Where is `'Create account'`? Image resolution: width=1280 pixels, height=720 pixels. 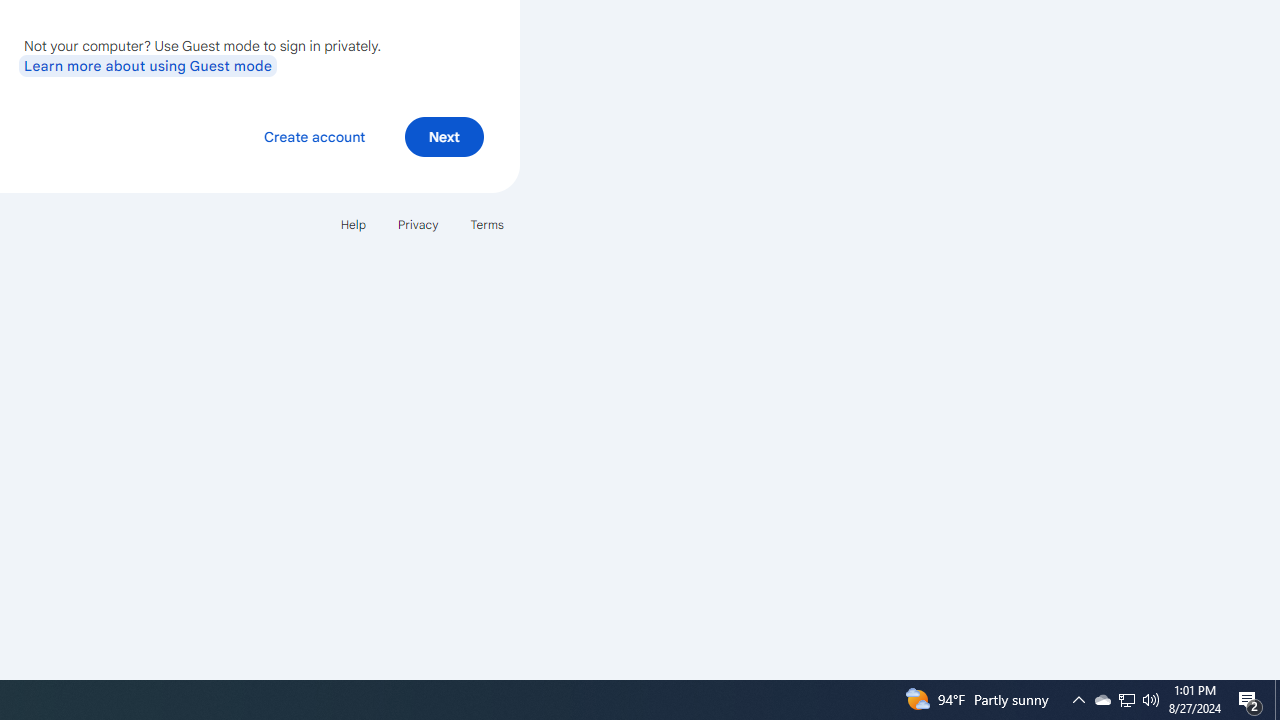 'Create account' is located at coordinates (313, 135).